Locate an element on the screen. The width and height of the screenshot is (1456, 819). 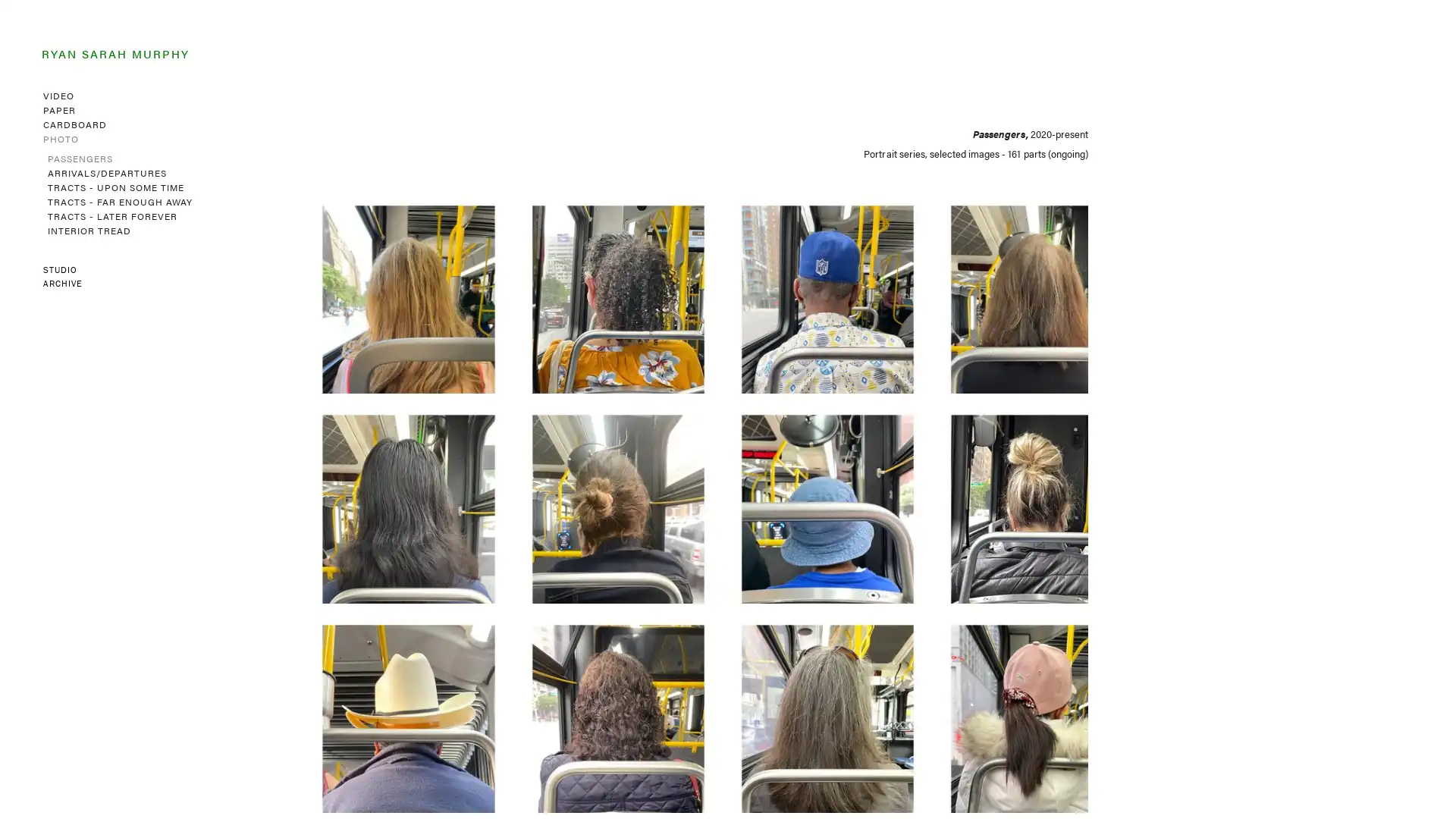
View fullsize Passenger 153-.jpeg is located at coordinates (364, 698).